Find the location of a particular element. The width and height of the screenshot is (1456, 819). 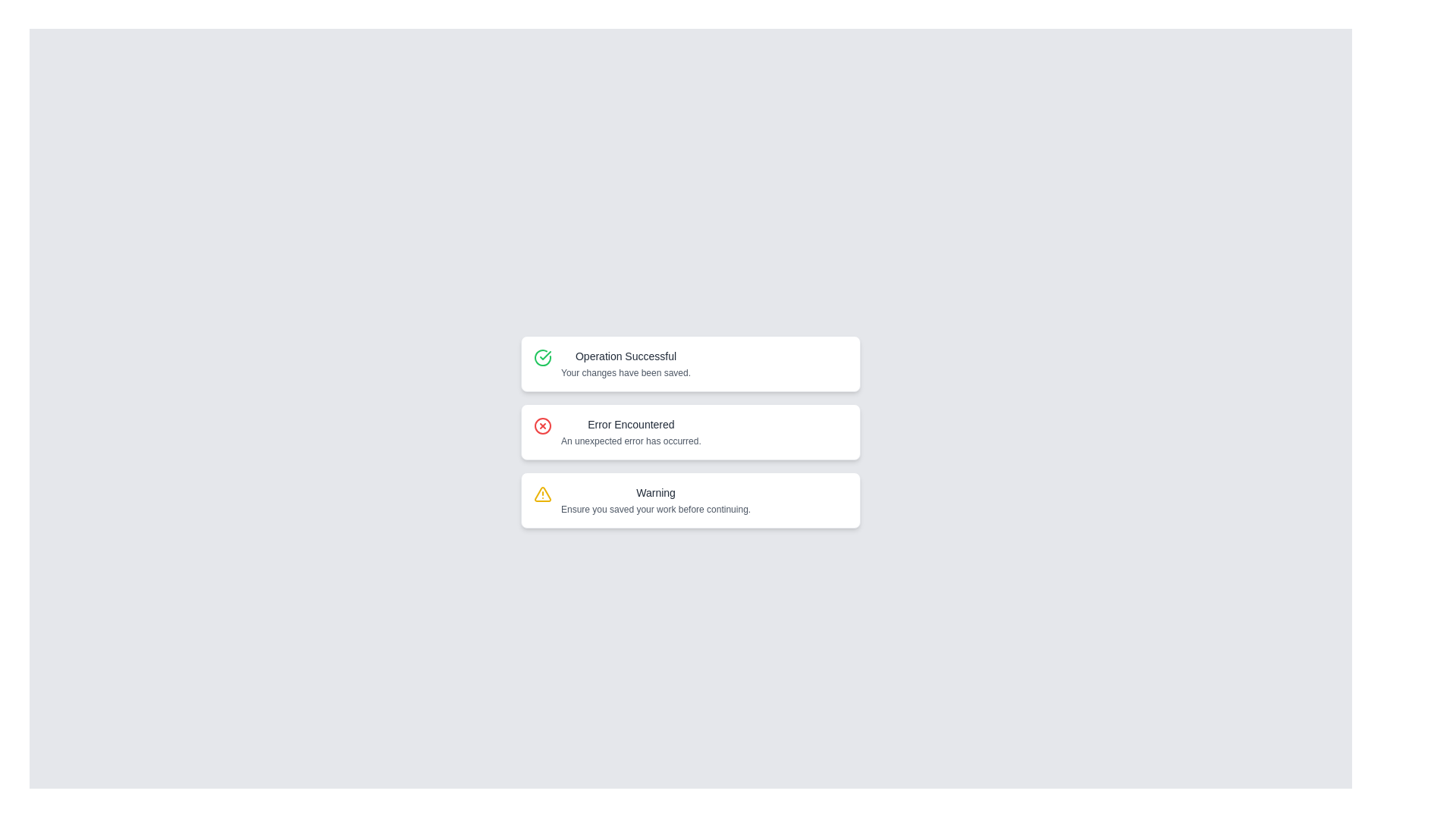

the information displayed in the second textual notification block, which indicates an unexpected error is located at coordinates (631, 432).